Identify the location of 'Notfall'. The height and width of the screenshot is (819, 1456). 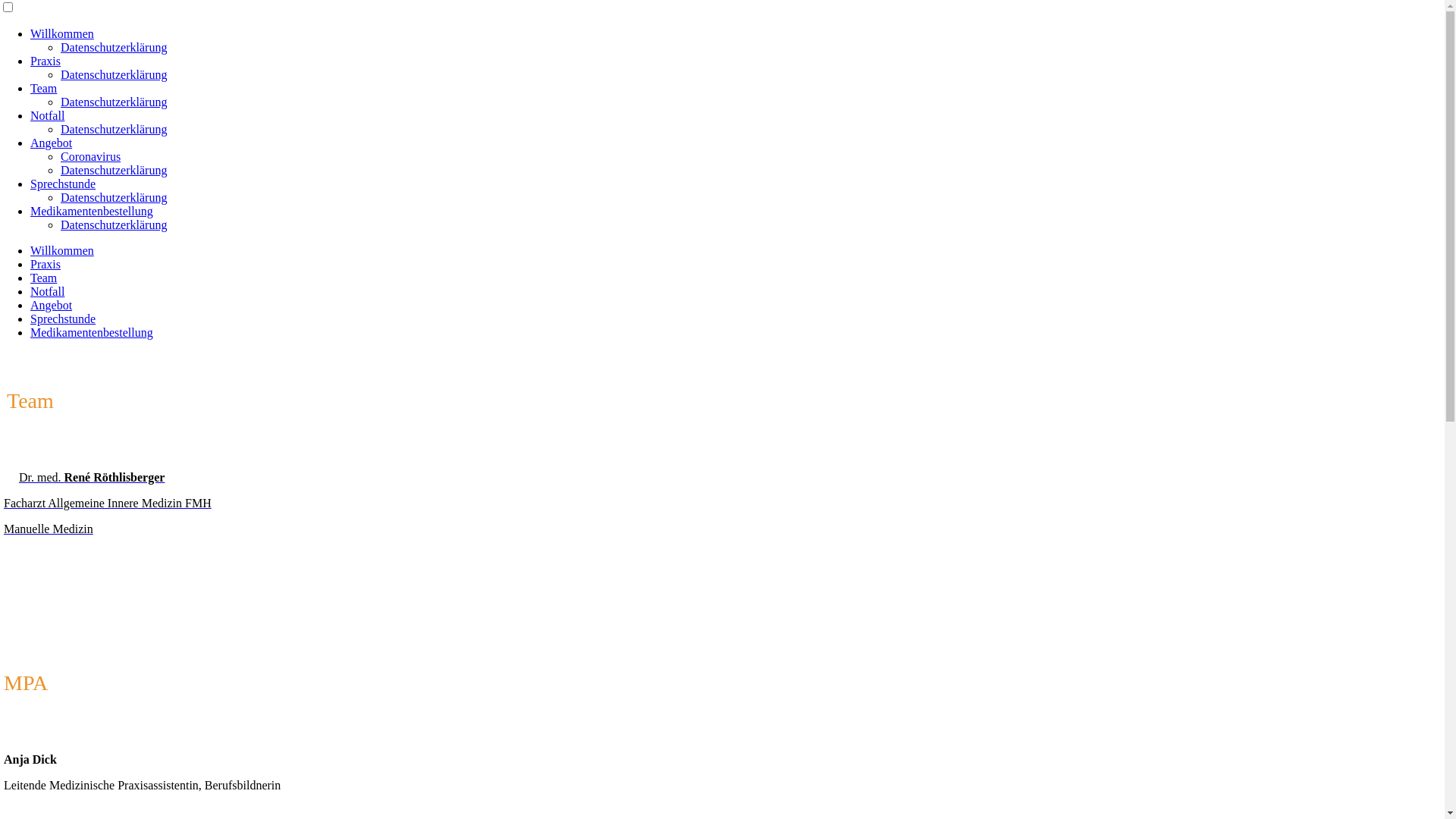
(30, 115).